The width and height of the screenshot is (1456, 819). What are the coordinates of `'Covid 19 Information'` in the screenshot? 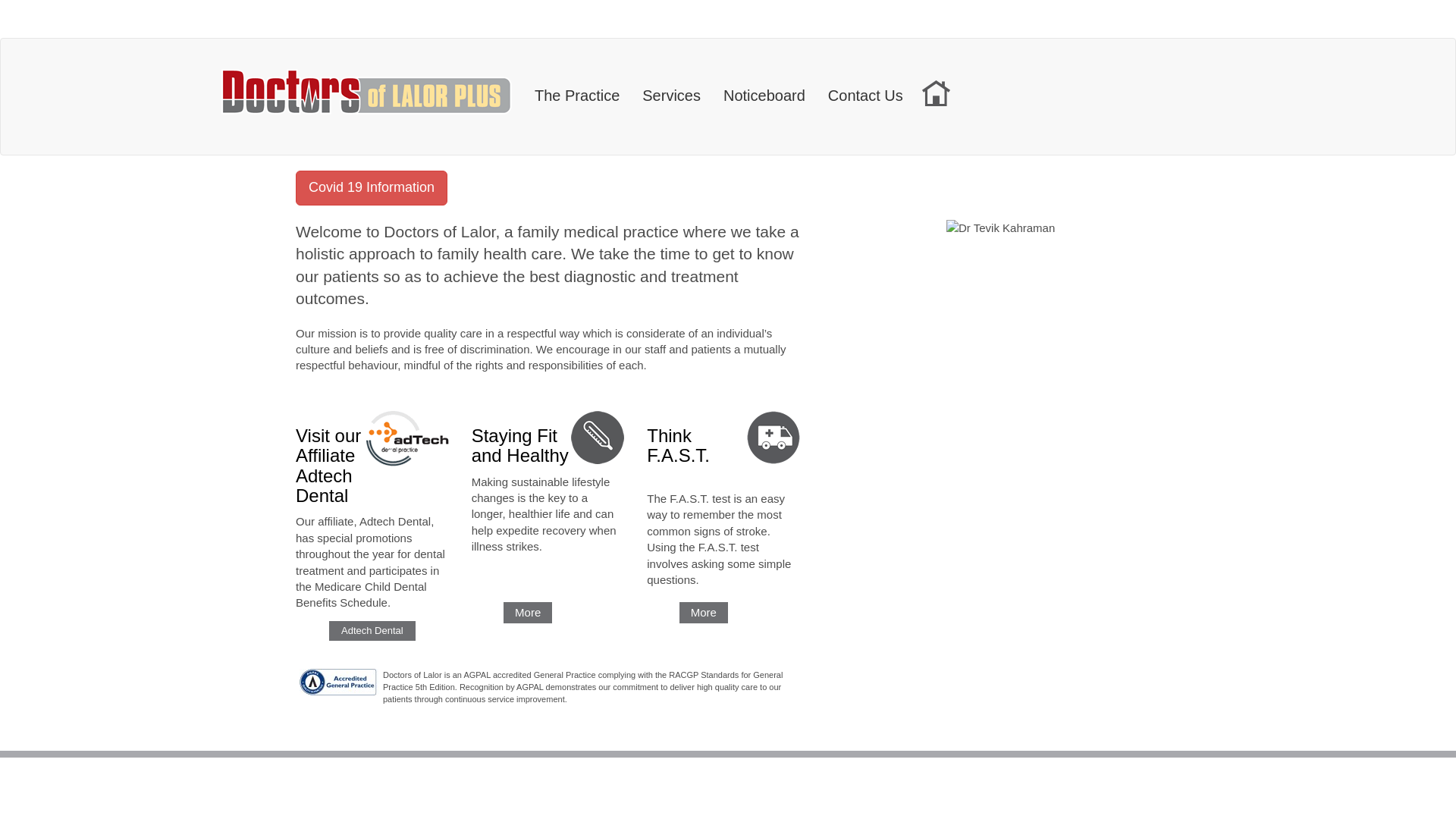 It's located at (295, 187).